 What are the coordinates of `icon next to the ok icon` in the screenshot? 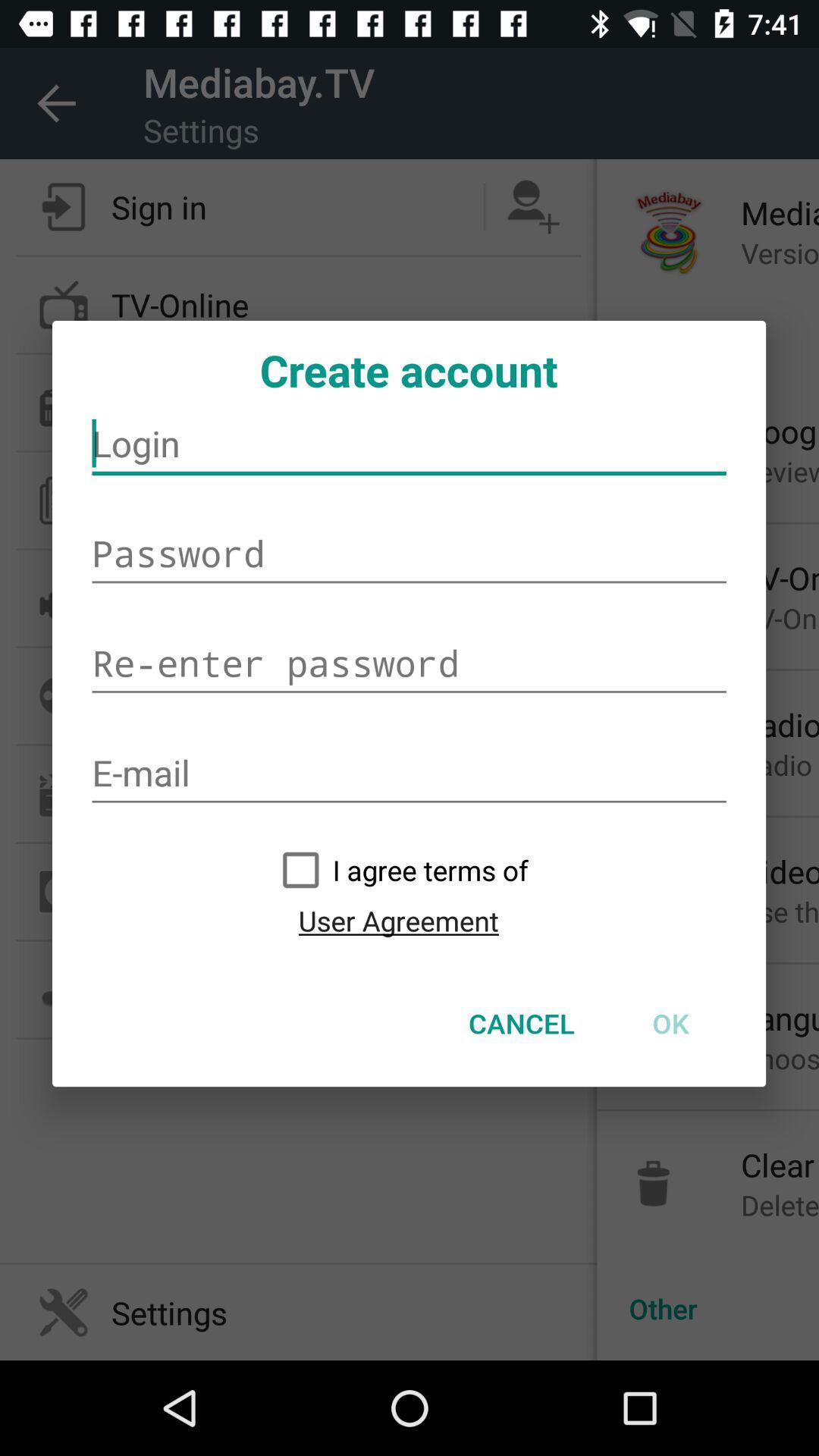 It's located at (521, 1023).